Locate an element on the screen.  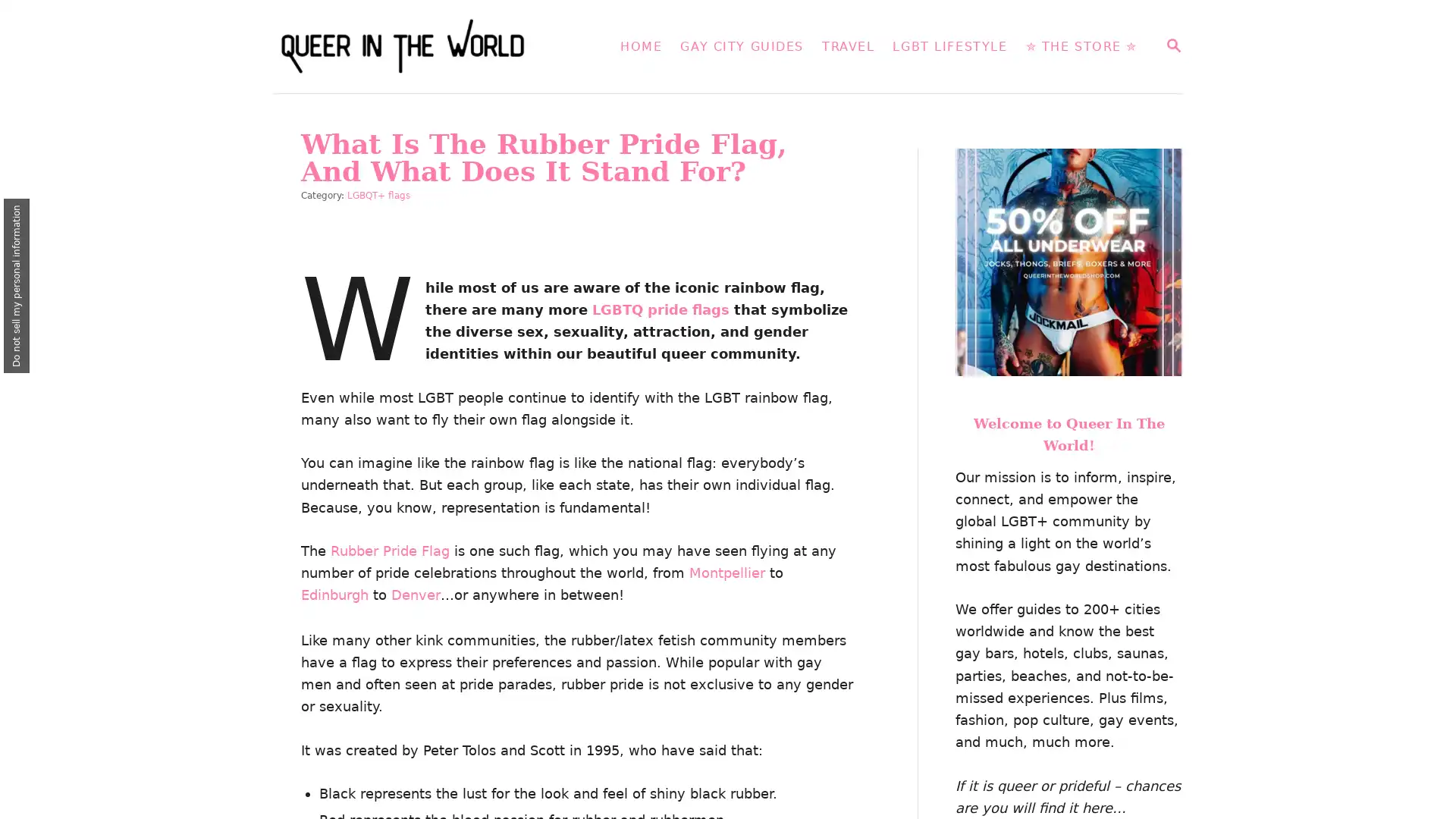
SEARCH Magnifying Glass is located at coordinates (1172, 45).